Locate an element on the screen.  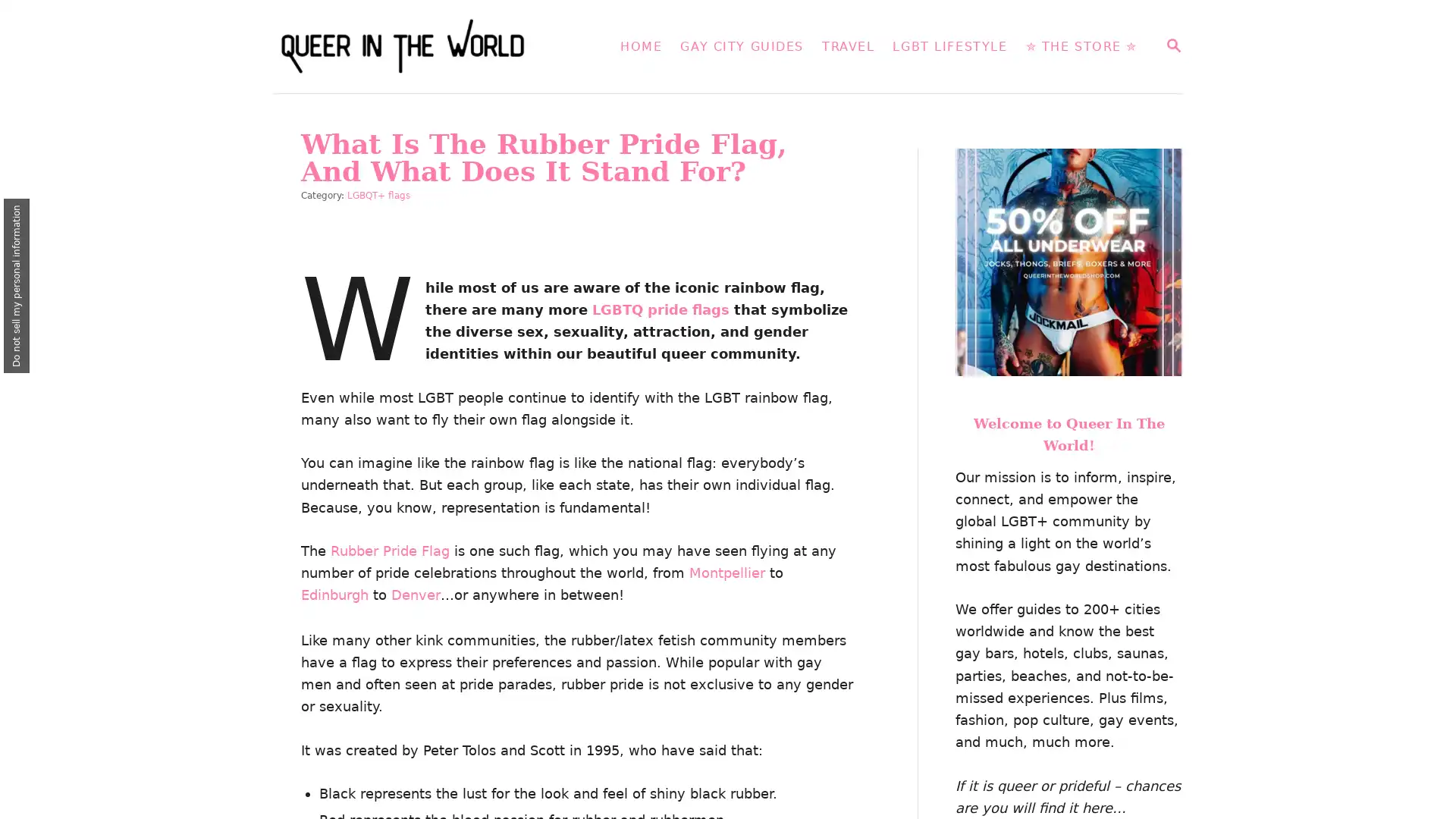
SEARCH Magnifying Glass is located at coordinates (1172, 45).